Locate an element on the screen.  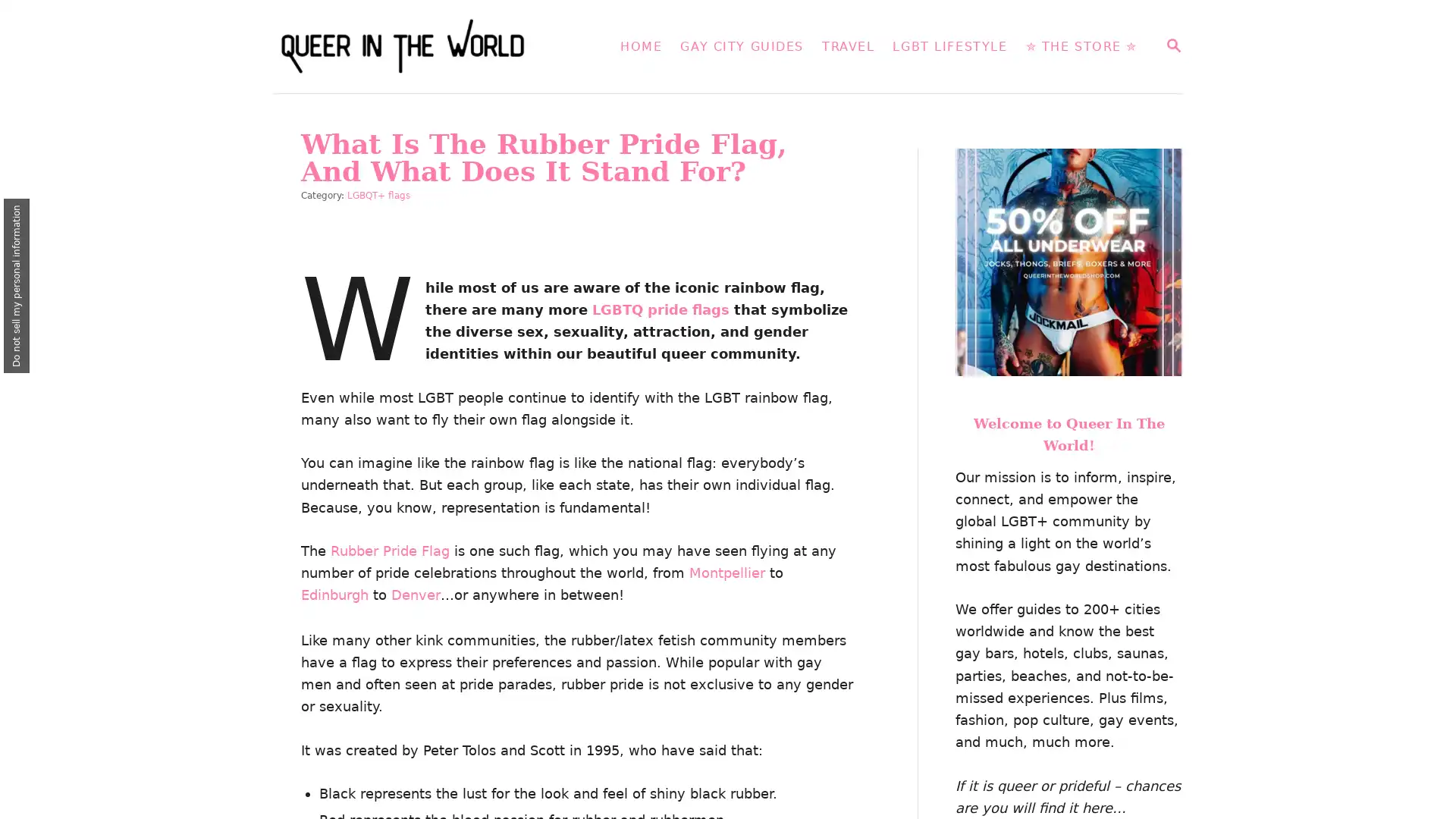
SEARCH Magnifying Glass is located at coordinates (1172, 45).